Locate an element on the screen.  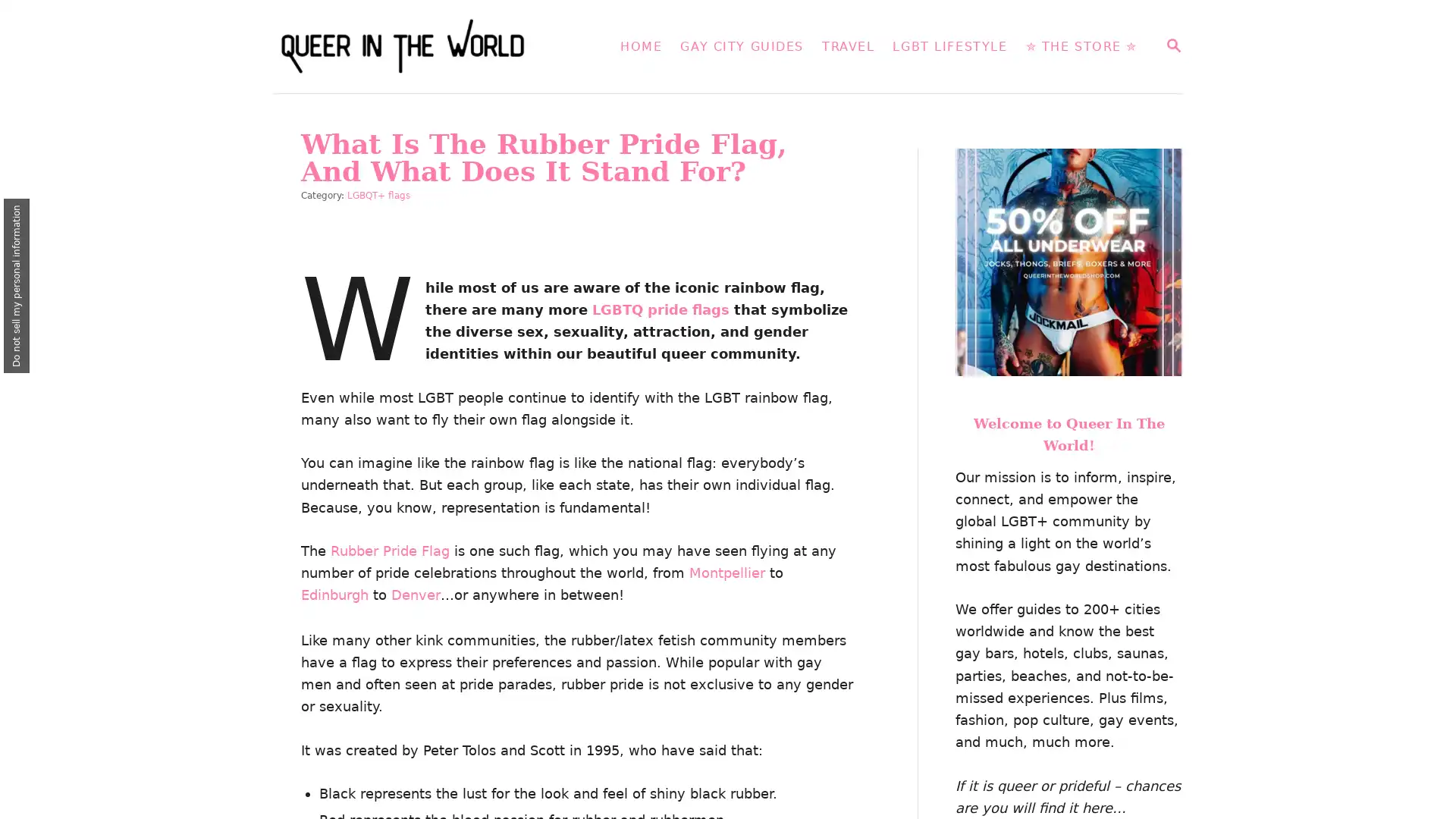
SEARCH Magnifying Glass is located at coordinates (1172, 45).